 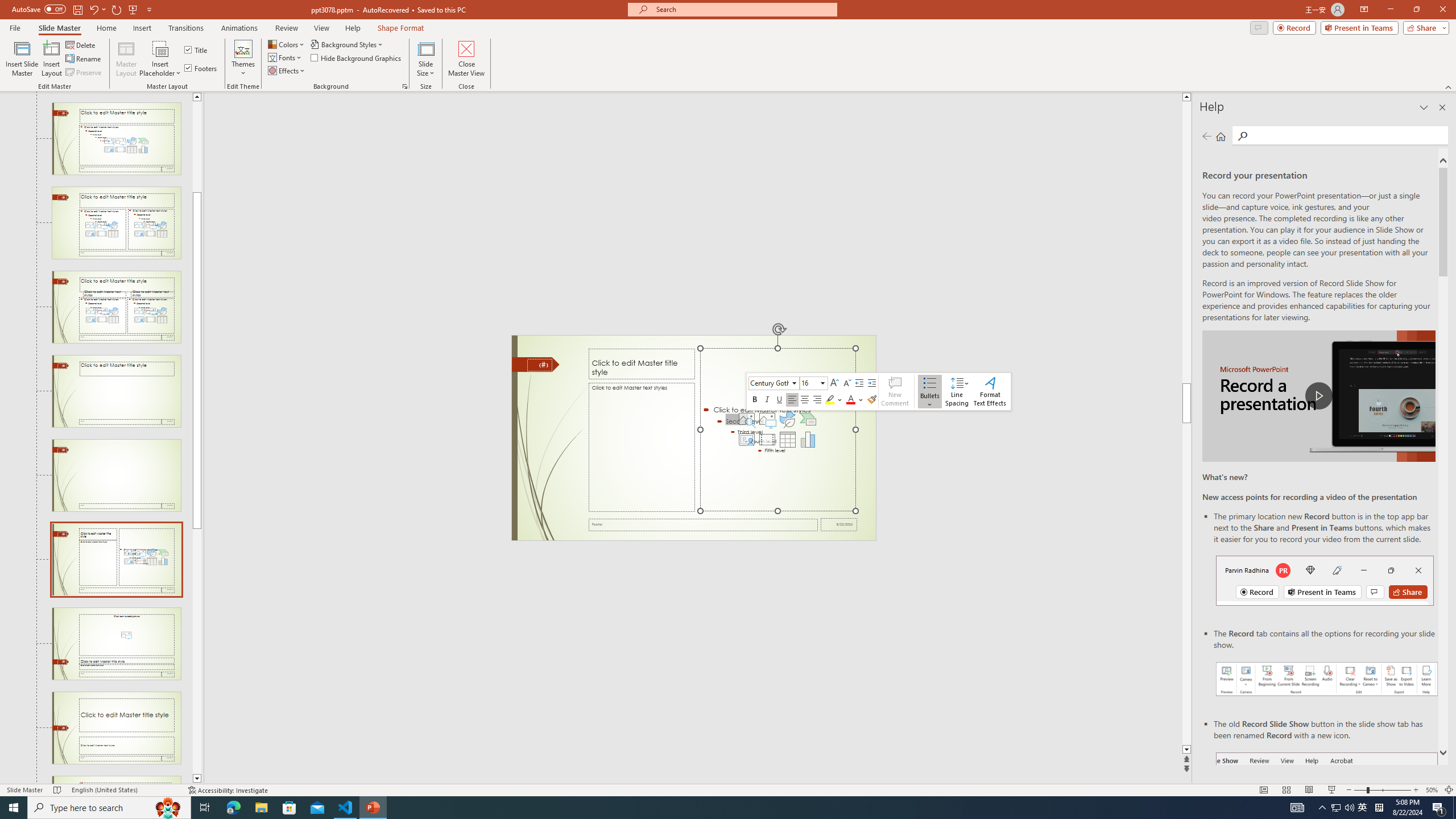 I want to click on 'Record your presentations screenshot one', so click(x=1326, y=678).